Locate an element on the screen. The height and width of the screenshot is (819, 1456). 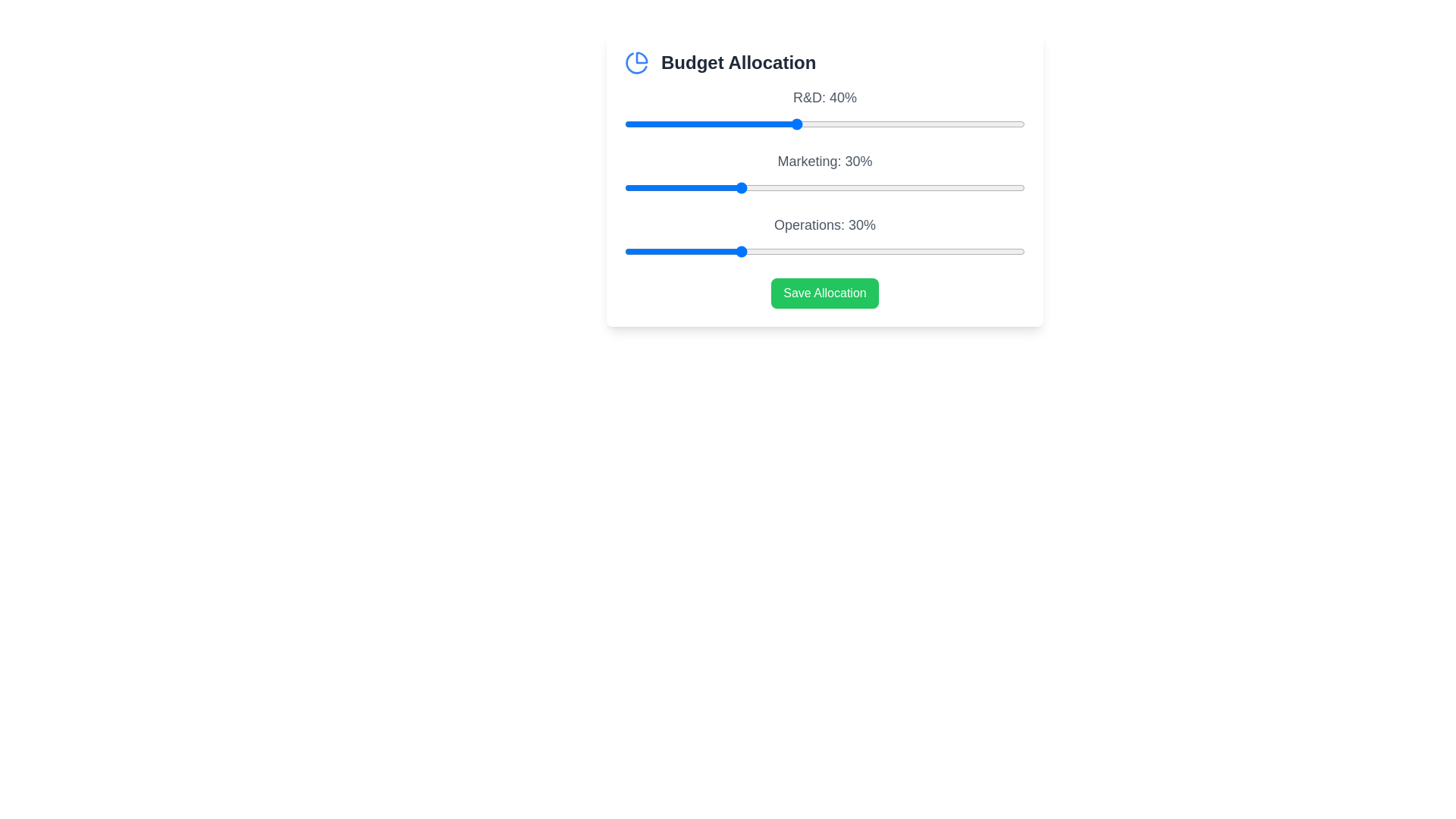
the 'Save Allocation' button is located at coordinates (824, 293).